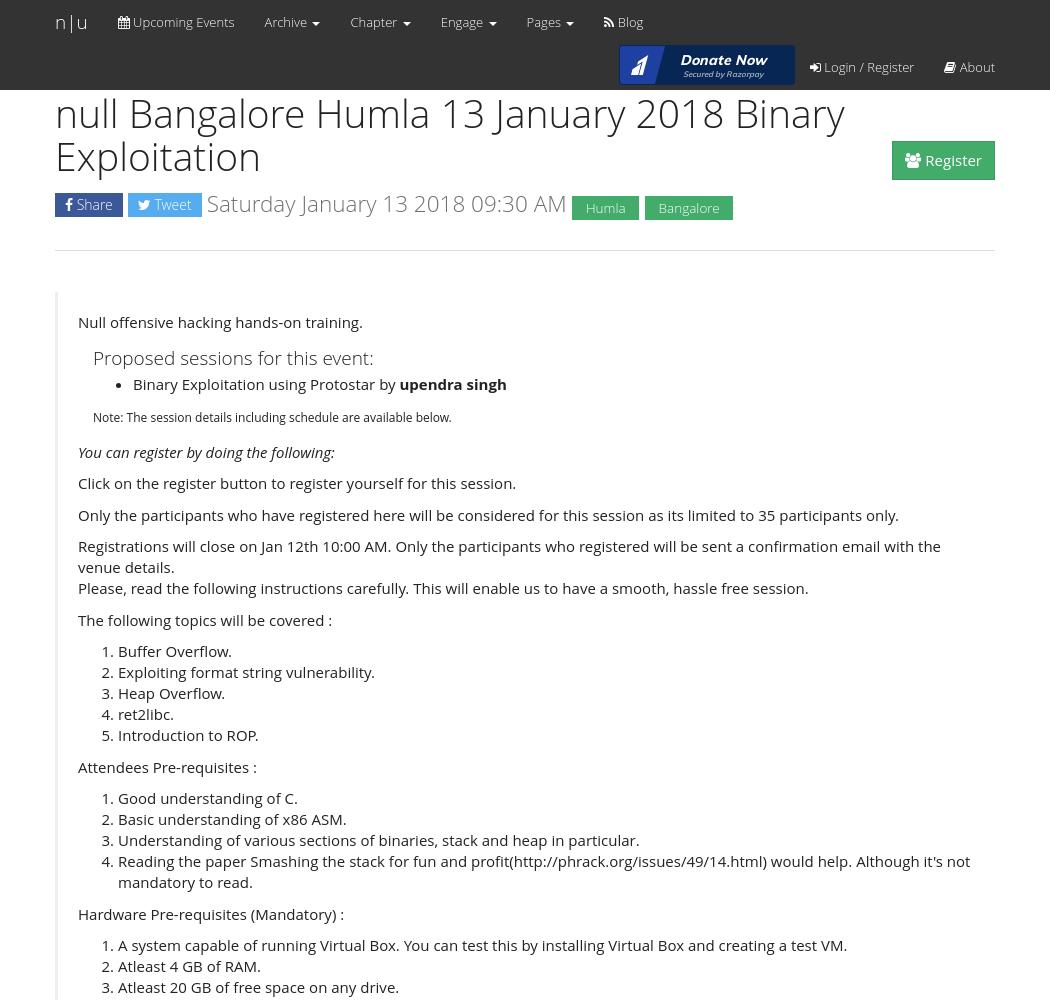 The width and height of the screenshot is (1050, 1000). What do you see at coordinates (865, 66) in the screenshot?
I see `'Login / Register'` at bounding box center [865, 66].